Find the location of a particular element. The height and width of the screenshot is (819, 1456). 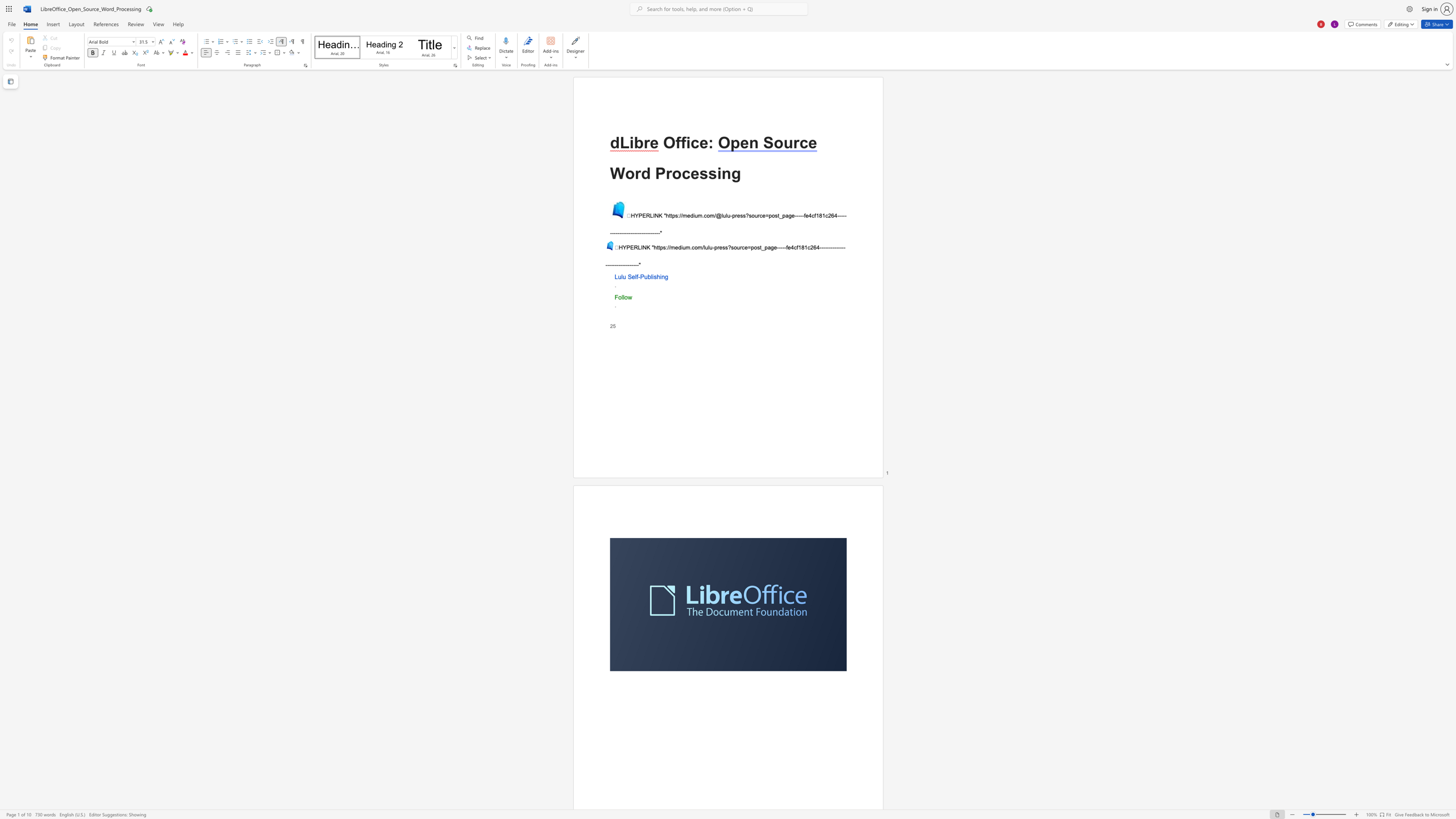

the space between the continuous character "N" and "K" in the text is located at coordinates (658, 215).